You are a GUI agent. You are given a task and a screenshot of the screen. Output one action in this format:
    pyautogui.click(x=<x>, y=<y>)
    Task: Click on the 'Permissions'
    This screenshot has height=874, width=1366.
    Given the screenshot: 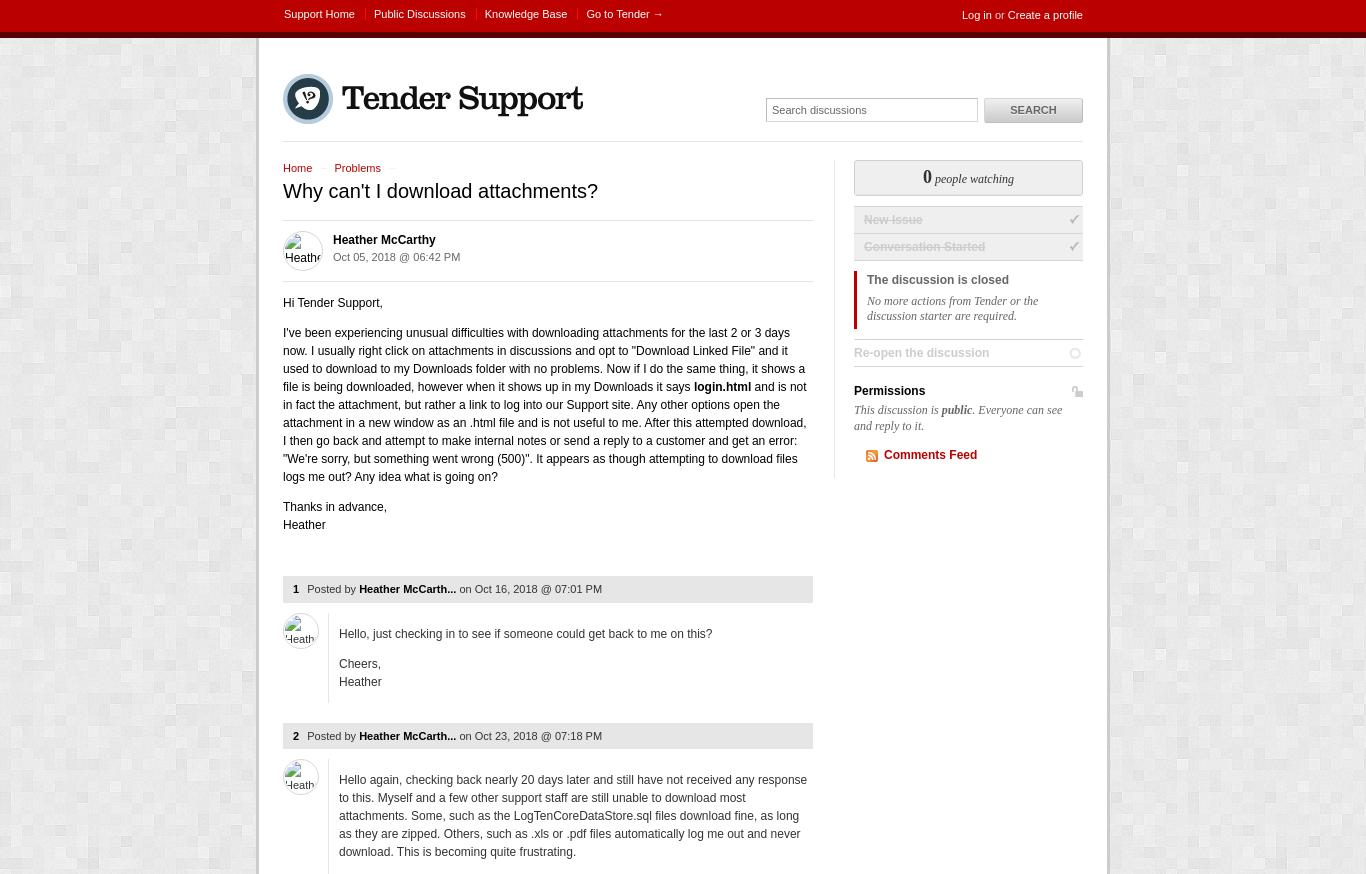 What is the action you would take?
    pyautogui.click(x=853, y=391)
    